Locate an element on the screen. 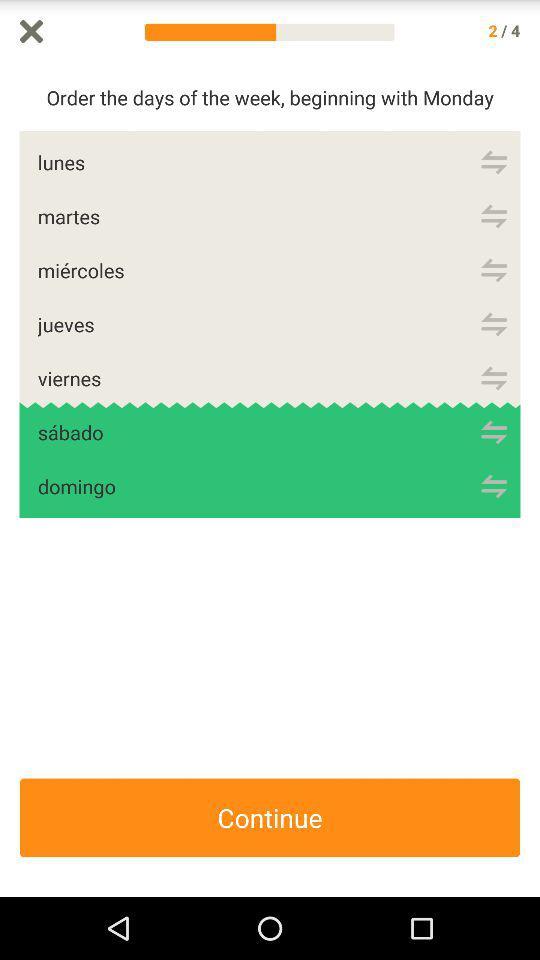  the symbol which is to the immediate right of martes is located at coordinates (492, 216).